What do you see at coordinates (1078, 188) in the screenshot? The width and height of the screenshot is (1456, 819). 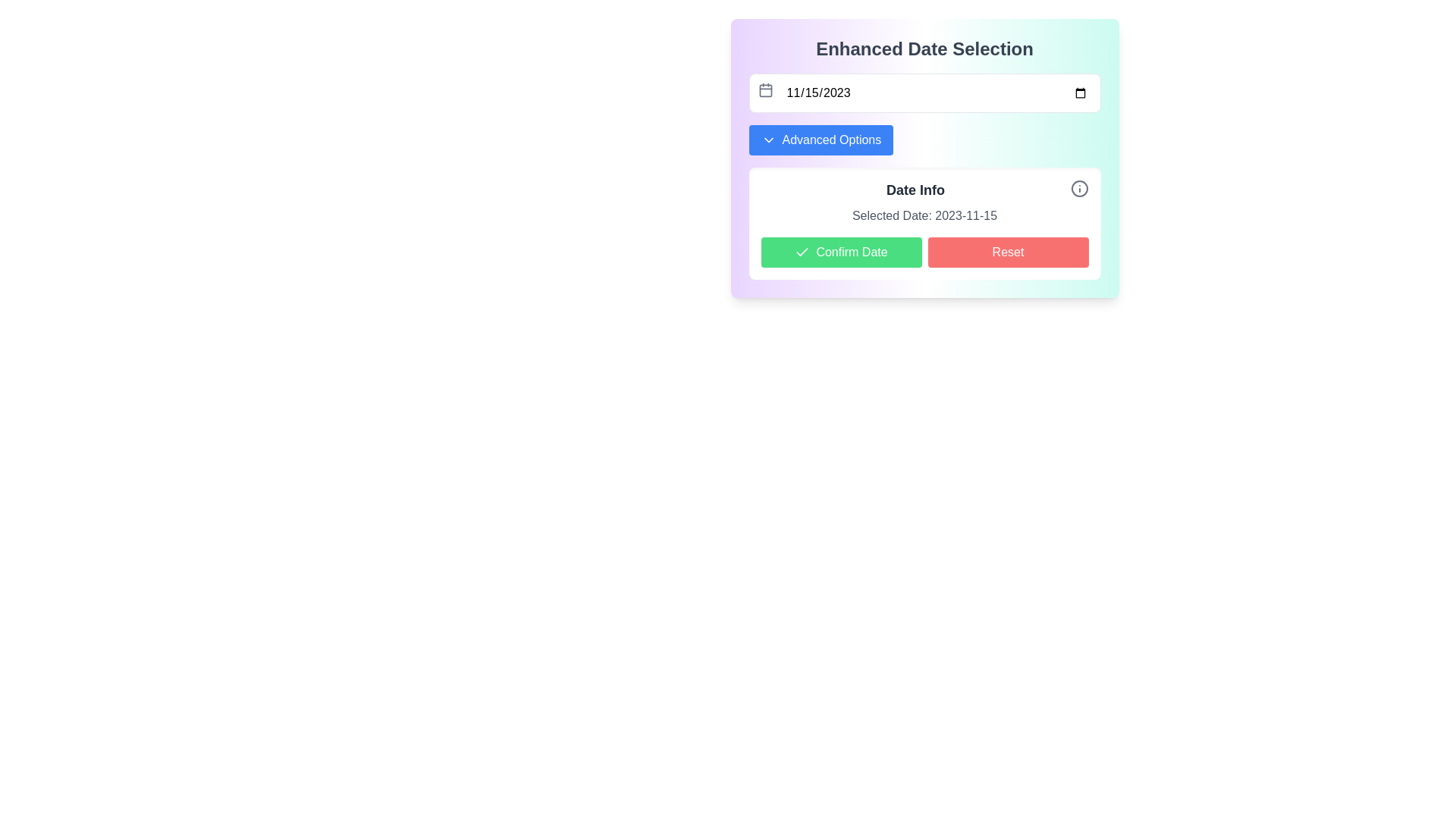 I see `the SVG circle located at the top-right corner of the 'Date Info' section, which symbolizes action or status` at bounding box center [1078, 188].